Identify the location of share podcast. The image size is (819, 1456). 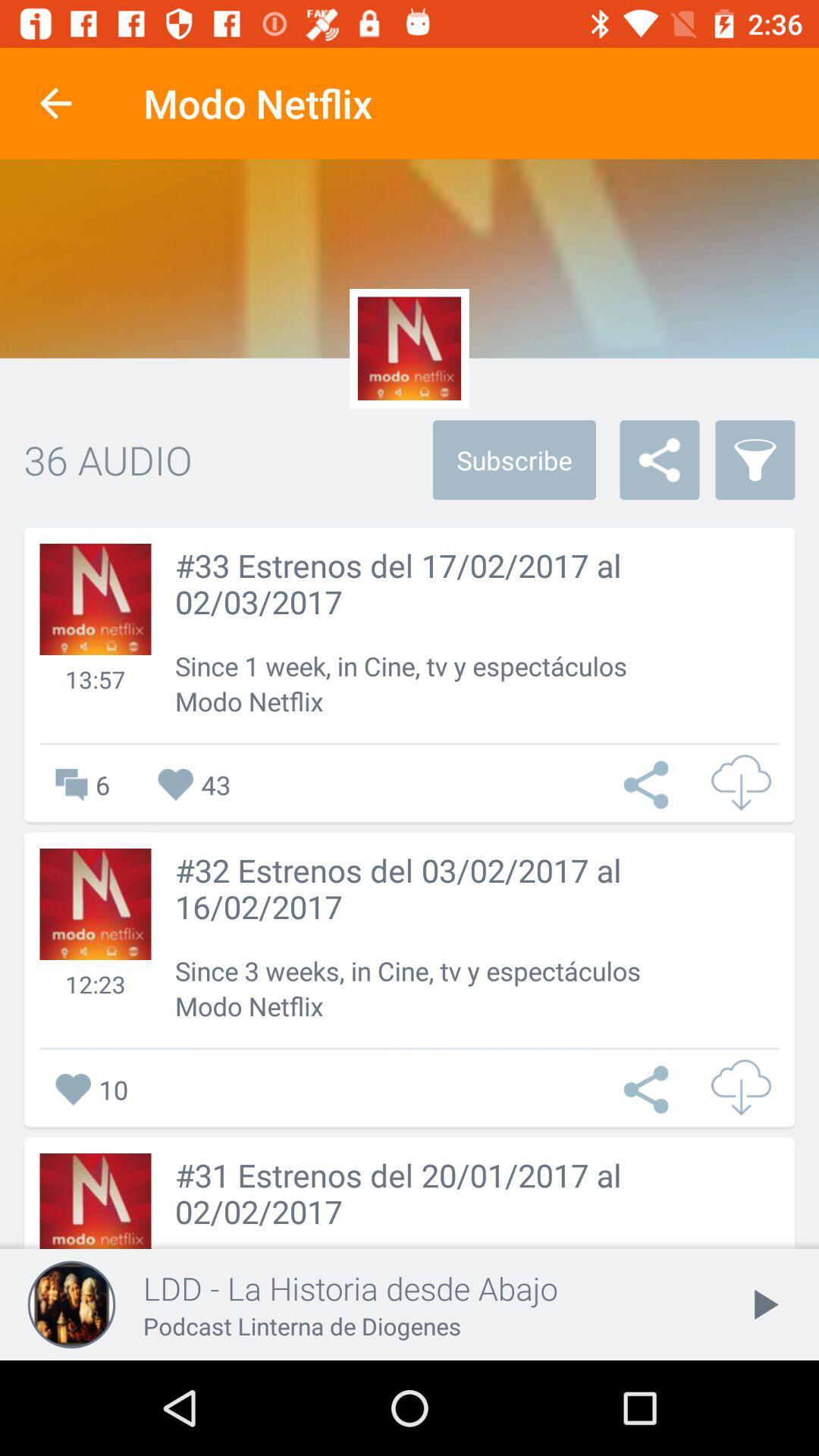
(649, 1088).